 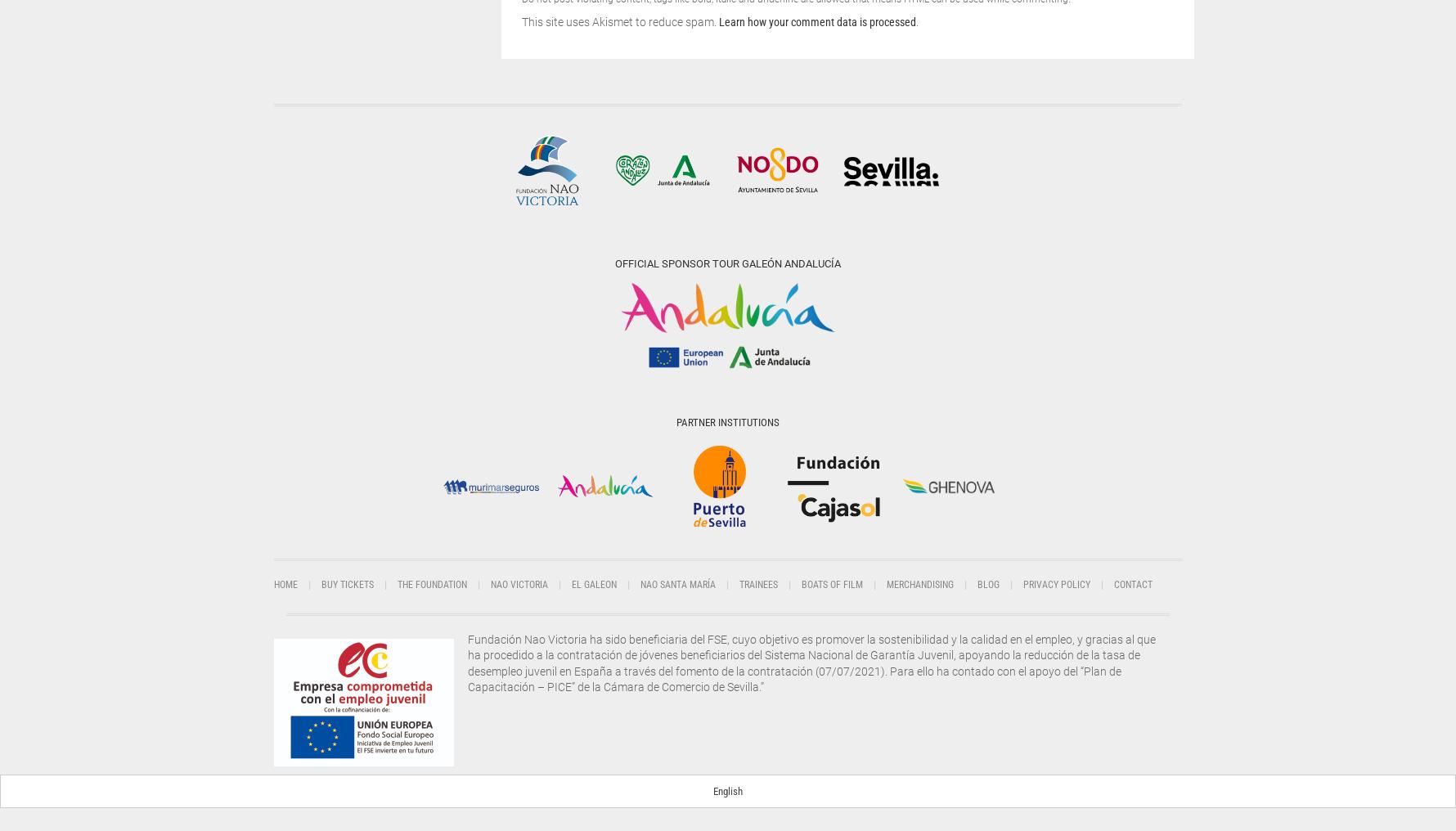 What do you see at coordinates (619, 20) in the screenshot?
I see `'This site uses Akismet to reduce spam.'` at bounding box center [619, 20].